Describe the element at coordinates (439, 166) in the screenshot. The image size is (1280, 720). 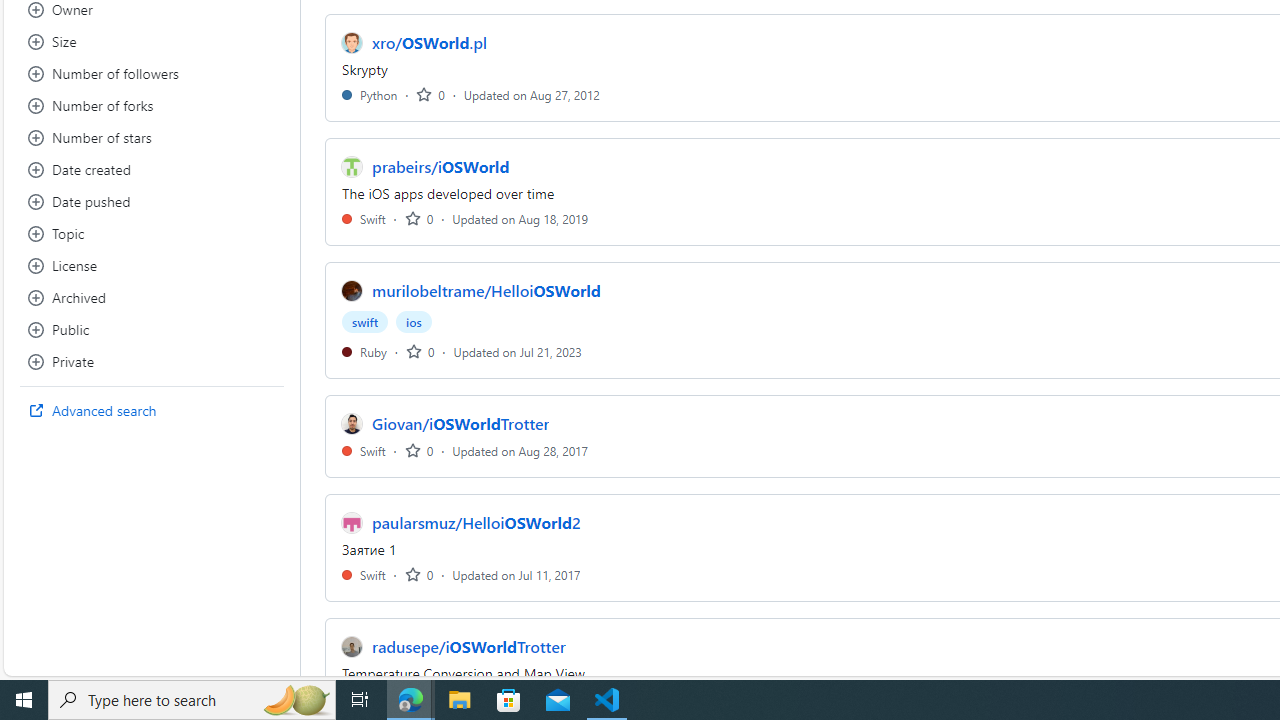
I see `'prabeirs/iOSWorld'` at that location.